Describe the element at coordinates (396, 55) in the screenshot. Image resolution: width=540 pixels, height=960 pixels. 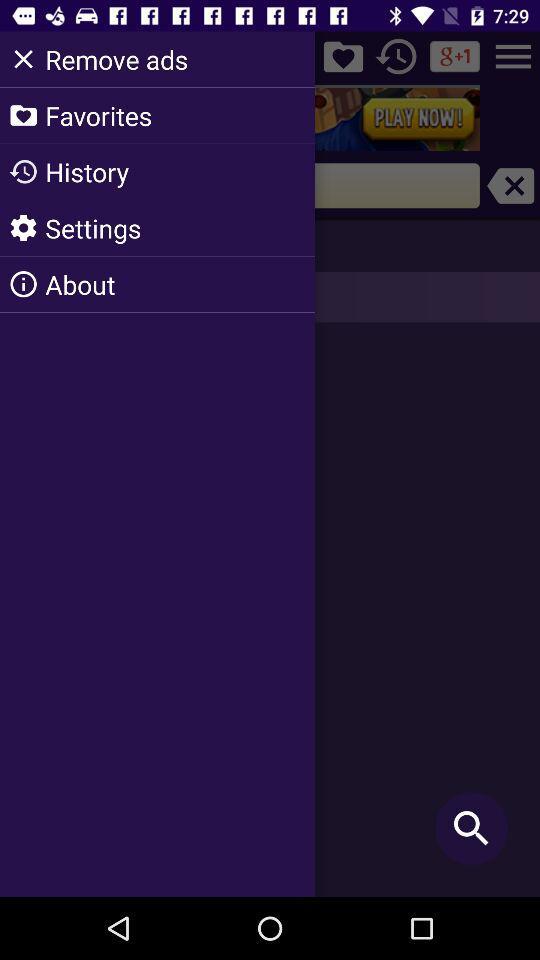
I see `the history icon` at that location.